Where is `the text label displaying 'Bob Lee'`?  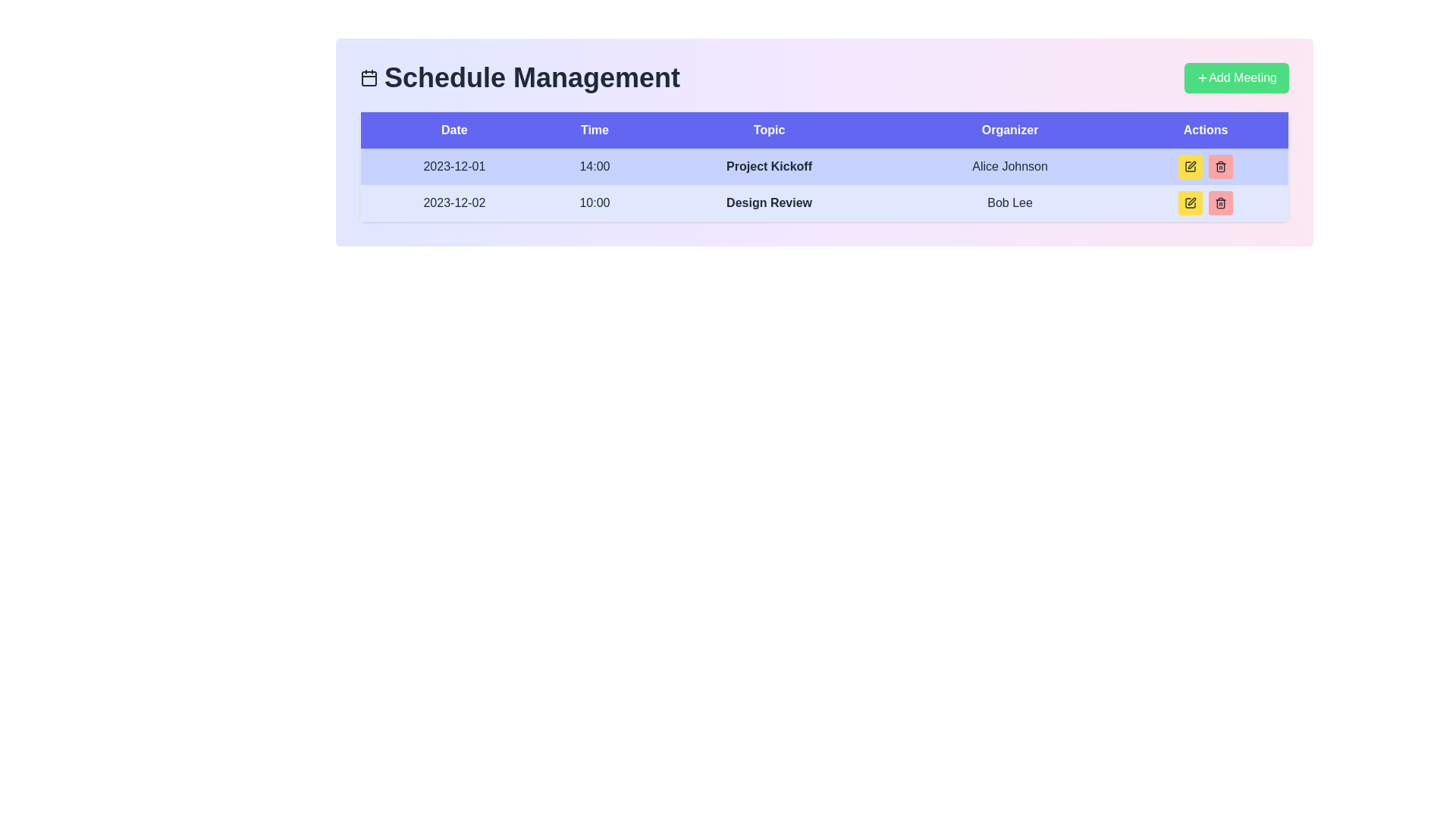
the text label displaying 'Bob Lee' is located at coordinates (1010, 202).